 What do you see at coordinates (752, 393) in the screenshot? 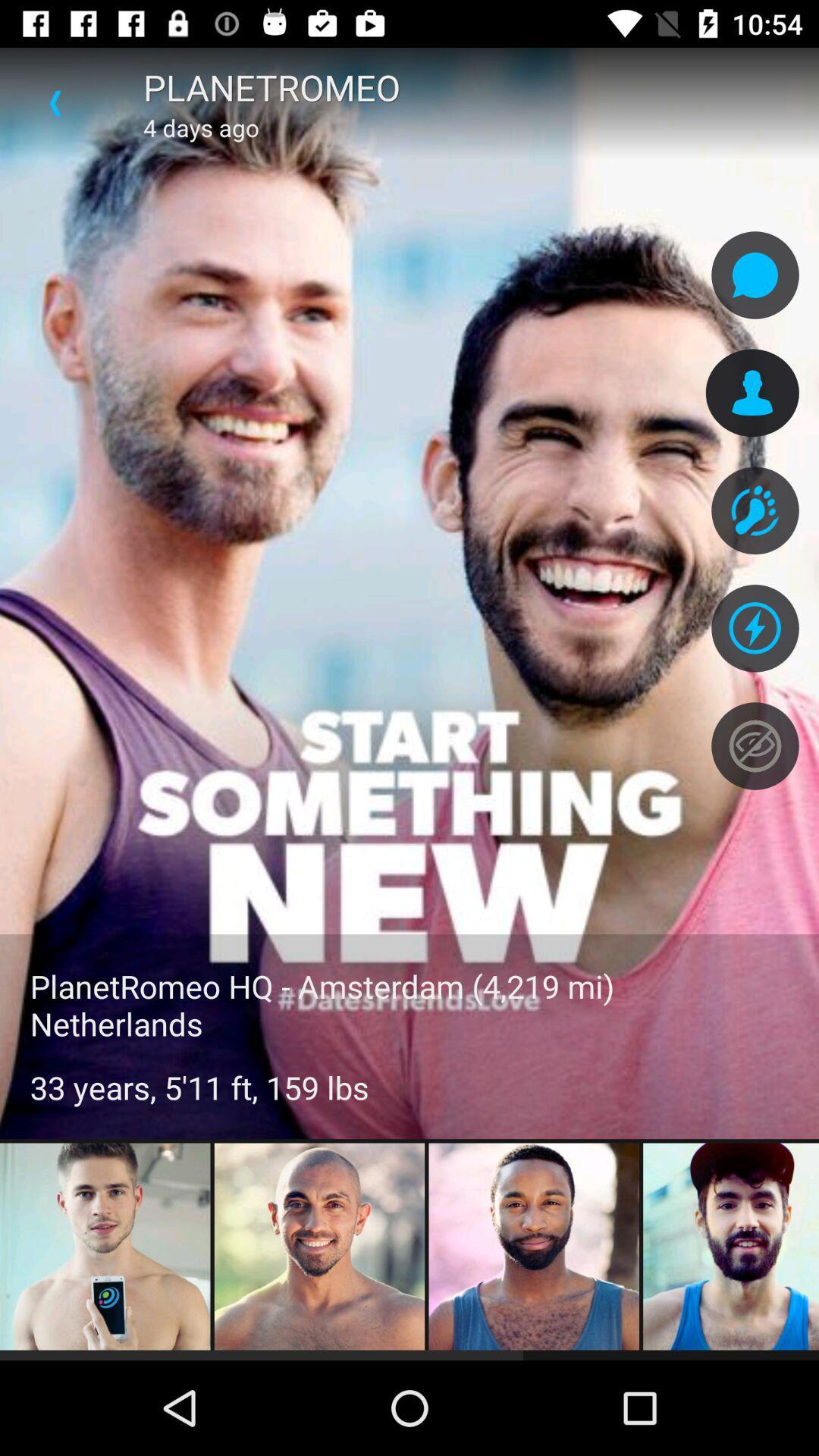
I see `the avatar icon` at bounding box center [752, 393].